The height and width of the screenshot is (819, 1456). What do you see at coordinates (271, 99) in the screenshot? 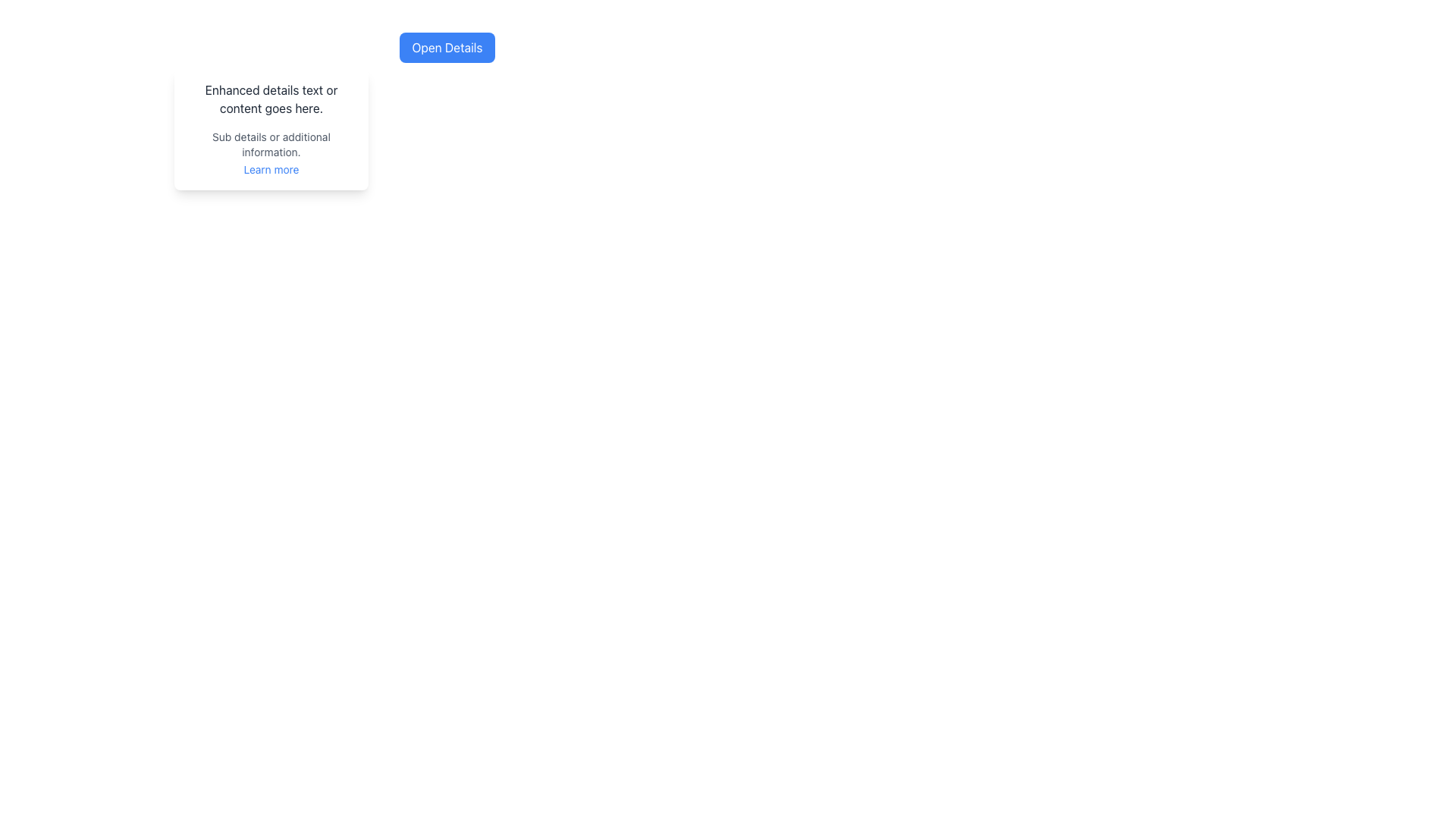
I see `the main detailed description element at the top of the white card, which is centrally aligned and provides the title` at bounding box center [271, 99].